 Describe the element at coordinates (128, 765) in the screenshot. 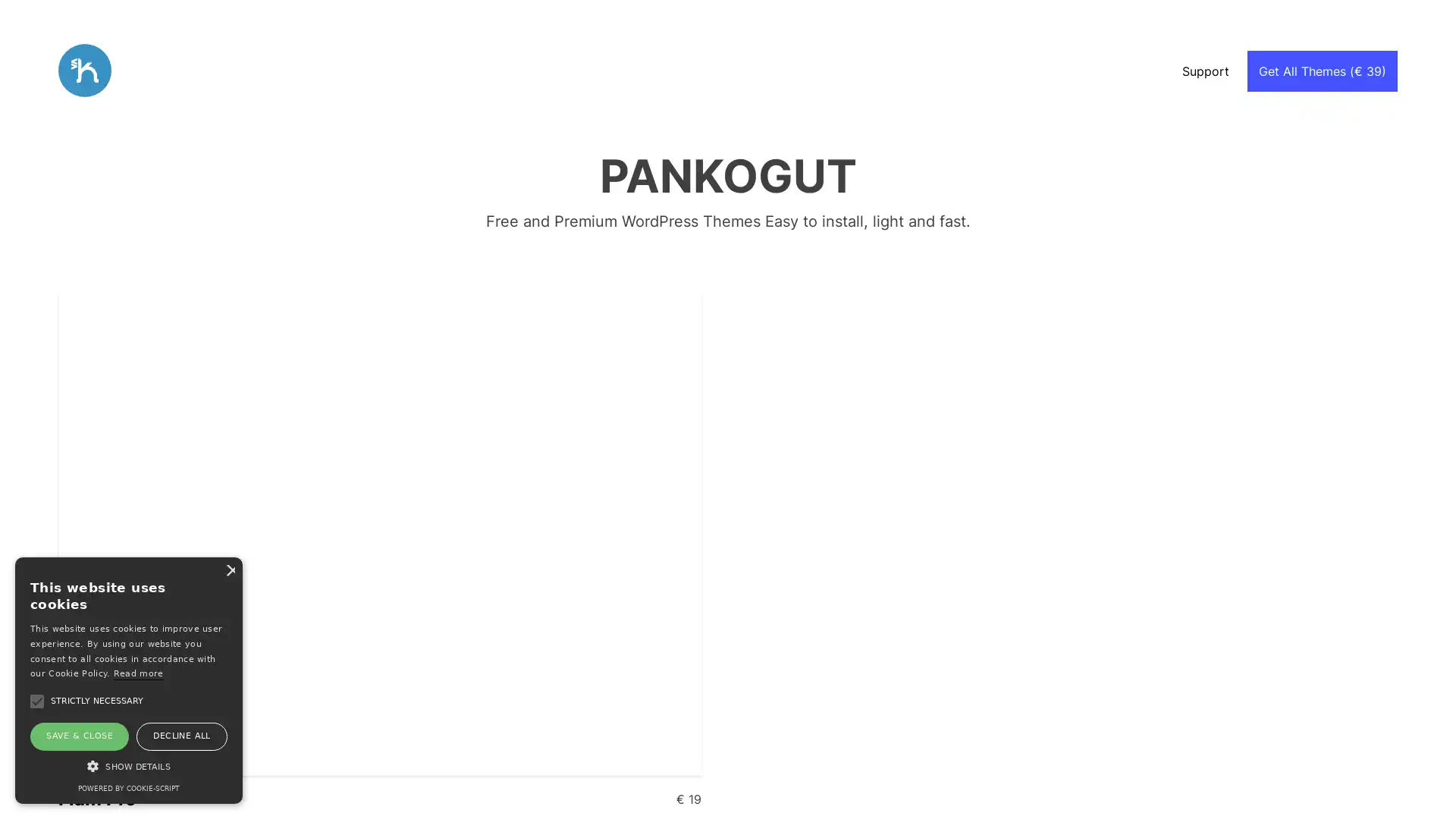

I see `SHOW DETAILS` at that location.